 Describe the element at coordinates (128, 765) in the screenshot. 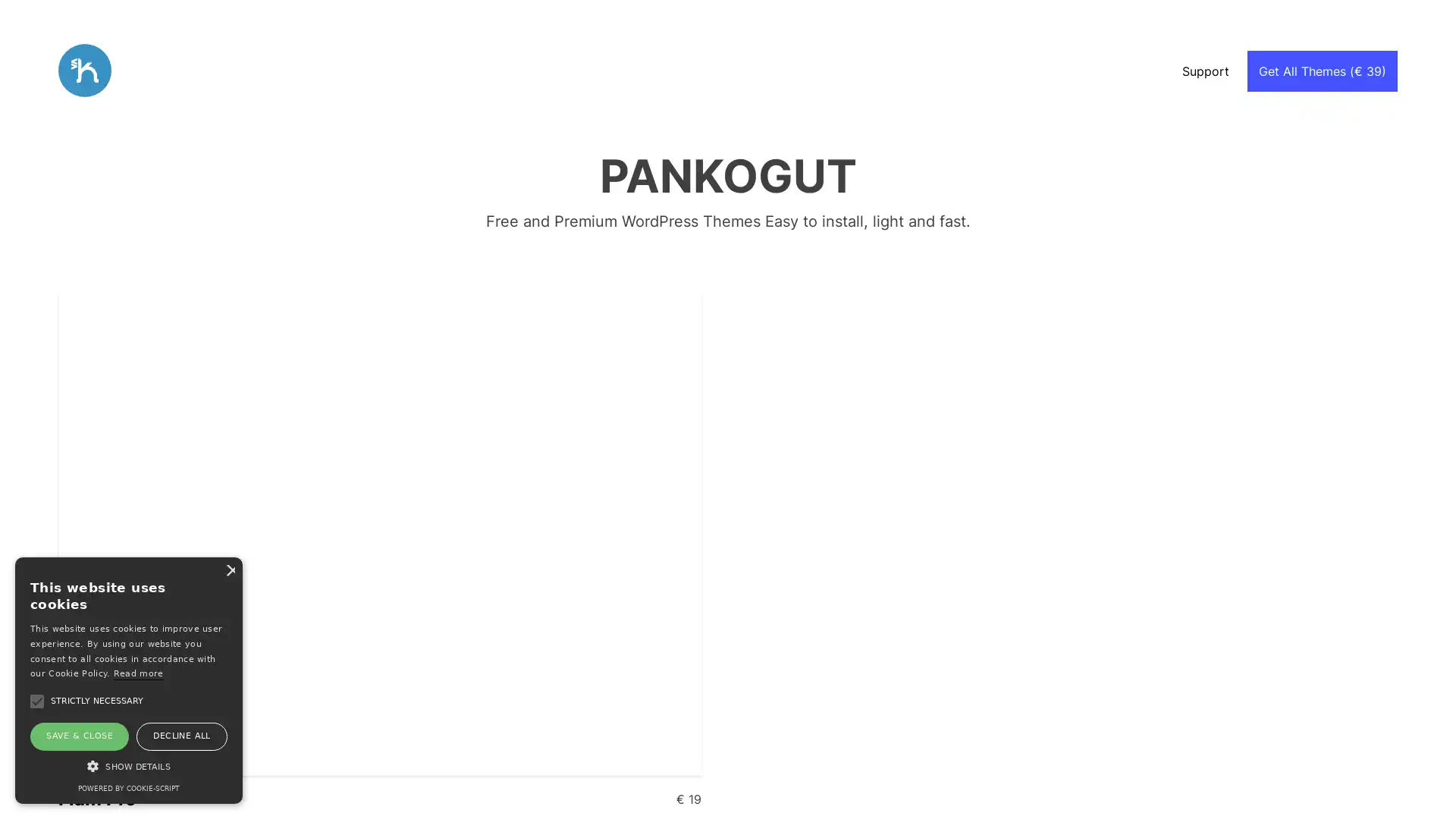

I see `SHOW DETAILS` at that location.